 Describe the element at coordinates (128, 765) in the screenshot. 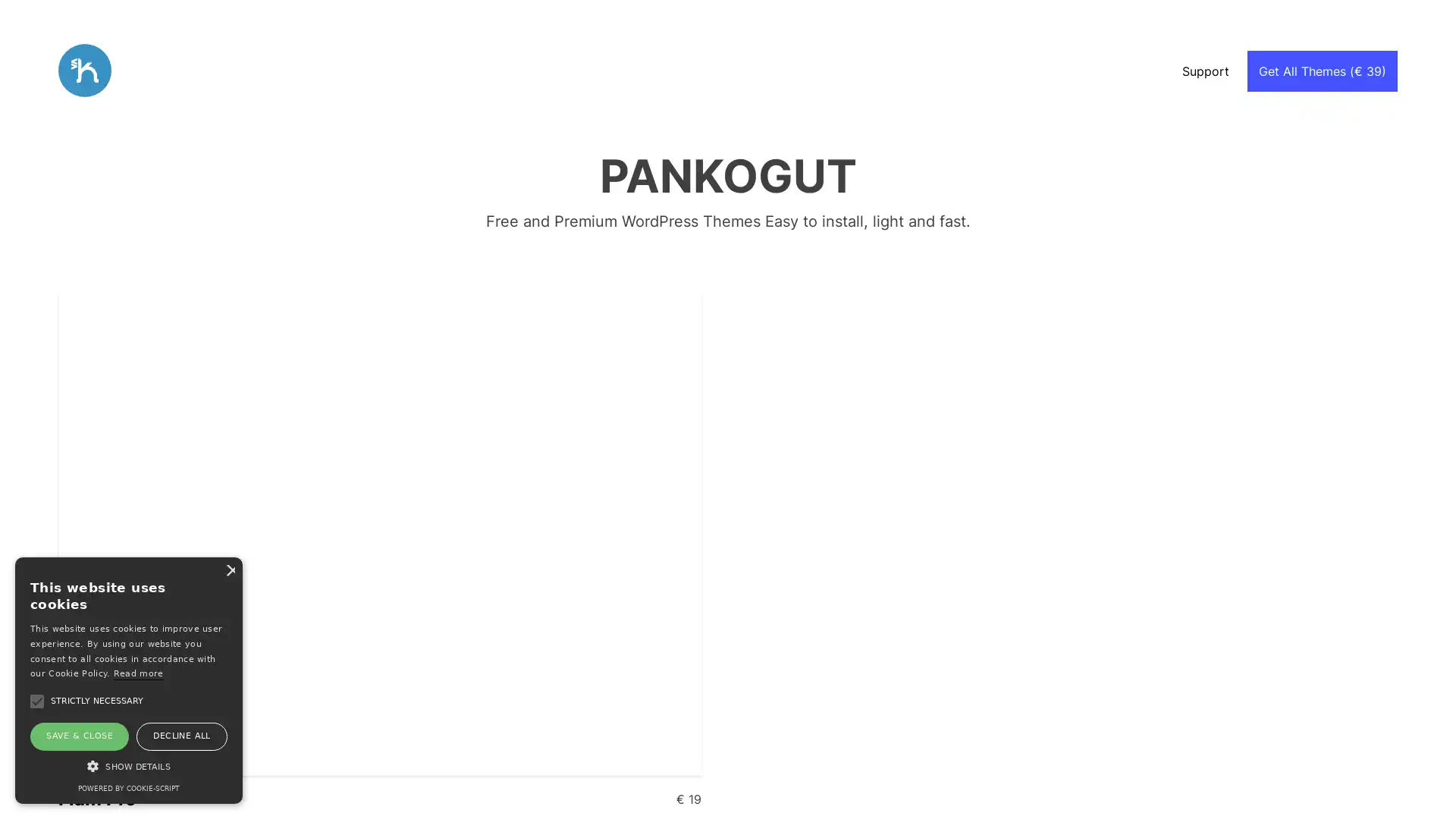

I see `SHOW DETAILS` at that location.